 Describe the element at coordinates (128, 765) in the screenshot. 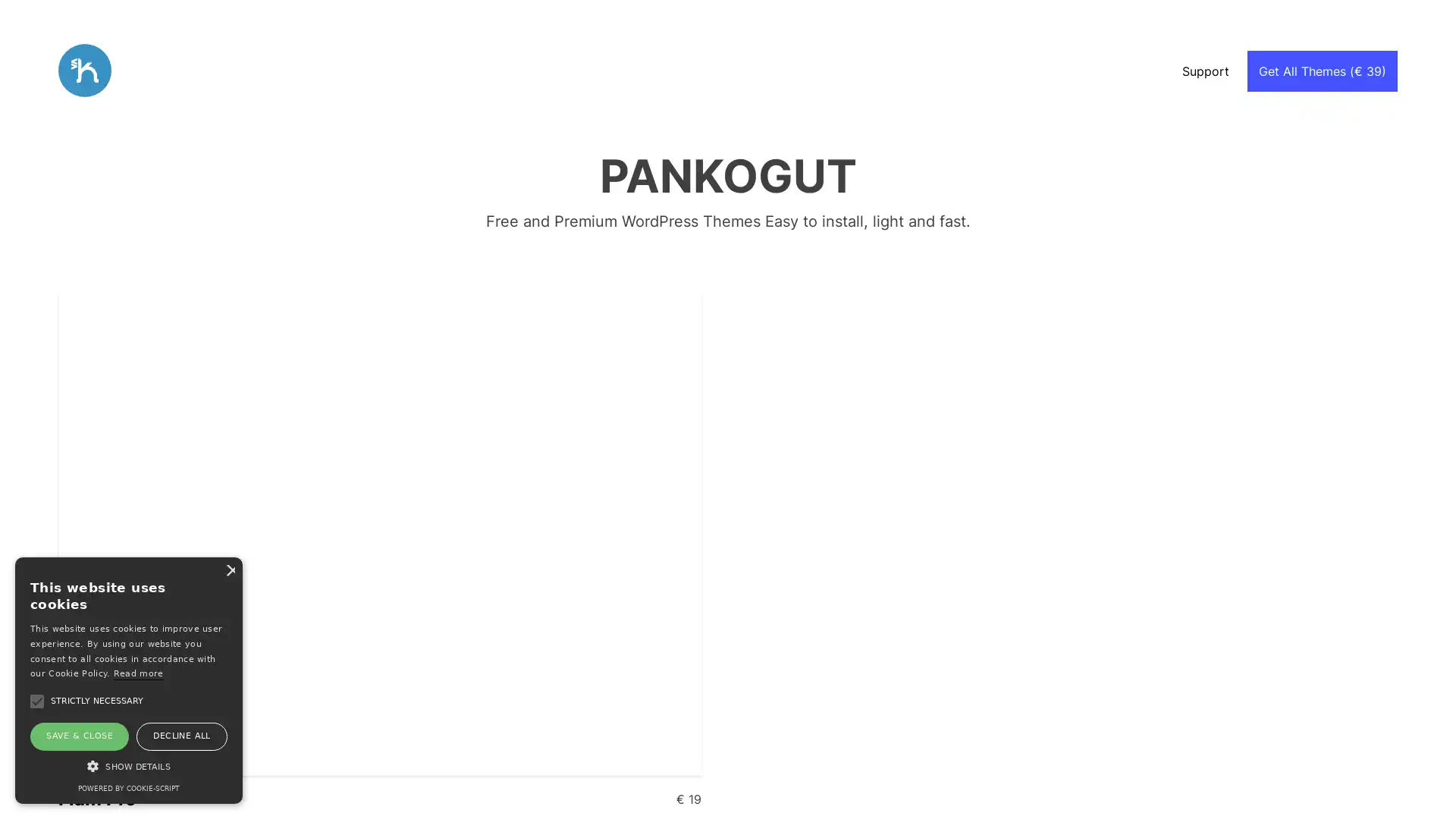

I see `SHOW DETAILS` at that location.